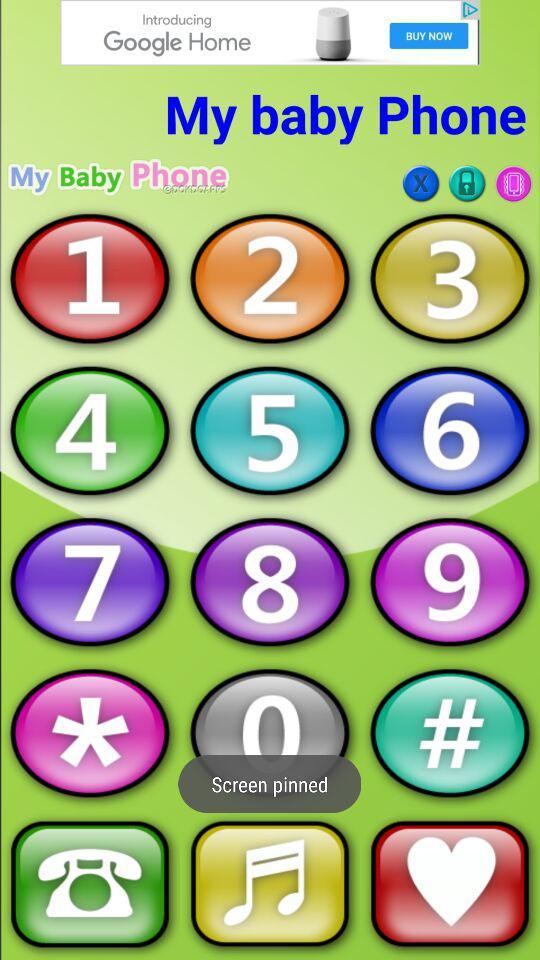  What do you see at coordinates (270, 31) in the screenshot?
I see `google home` at bounding box center [270, 31].